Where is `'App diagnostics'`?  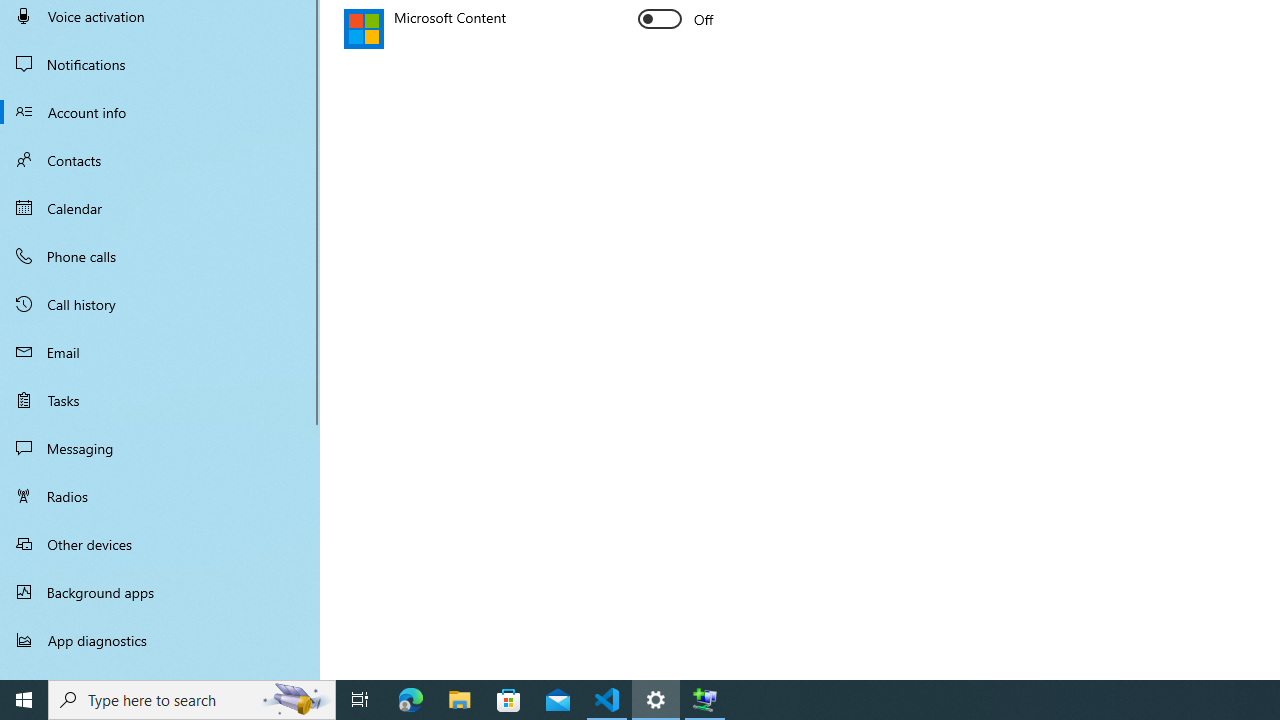 'App diagnostics' is located at coordinates (160, 640).